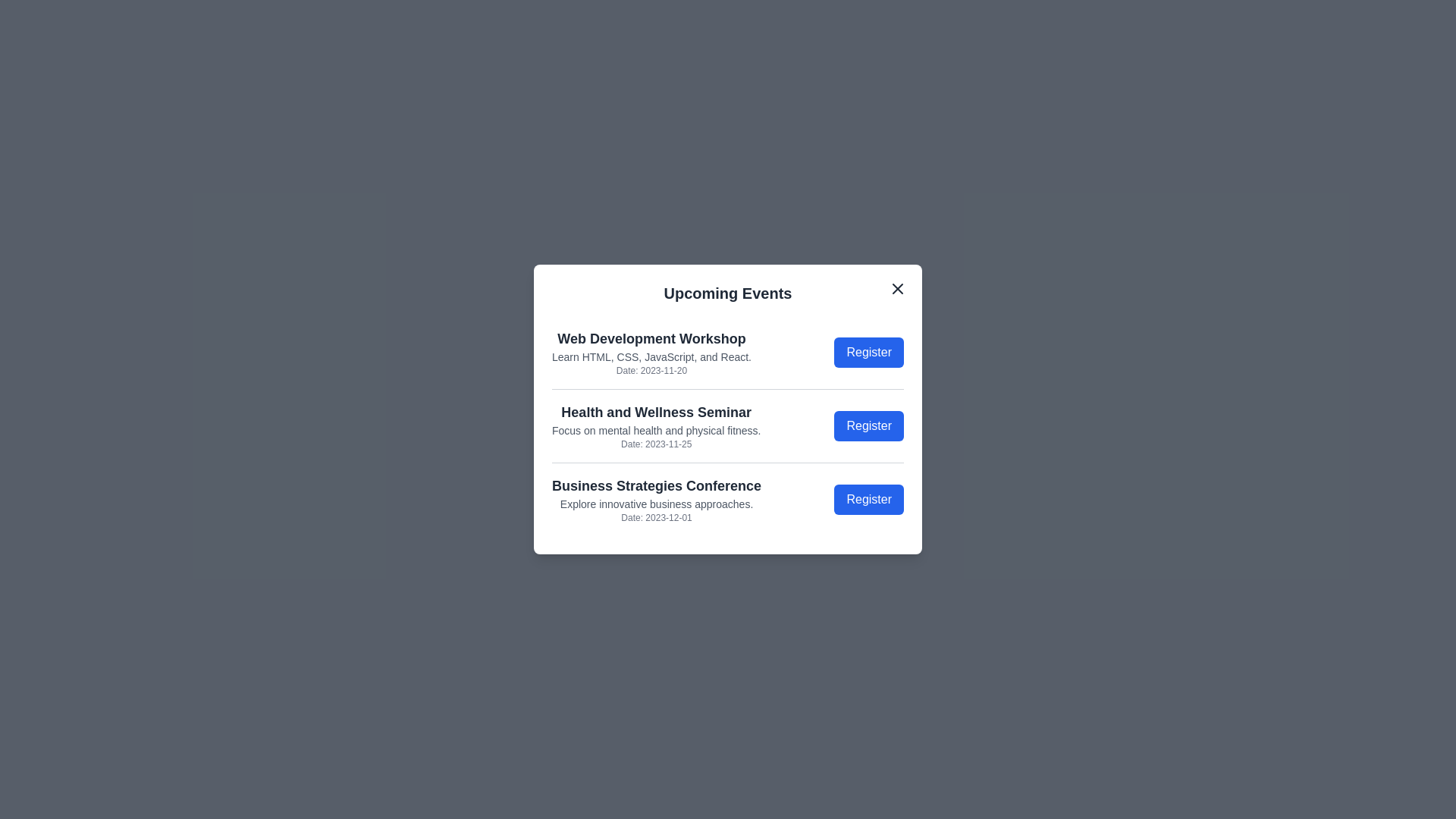 The width and height of the screenshot is (1456, 819). What do you see at coordinates (898, 289) in the screenshot?
I see `close button located at the top-right corner of the dialog` at bounding box center [898, 289].